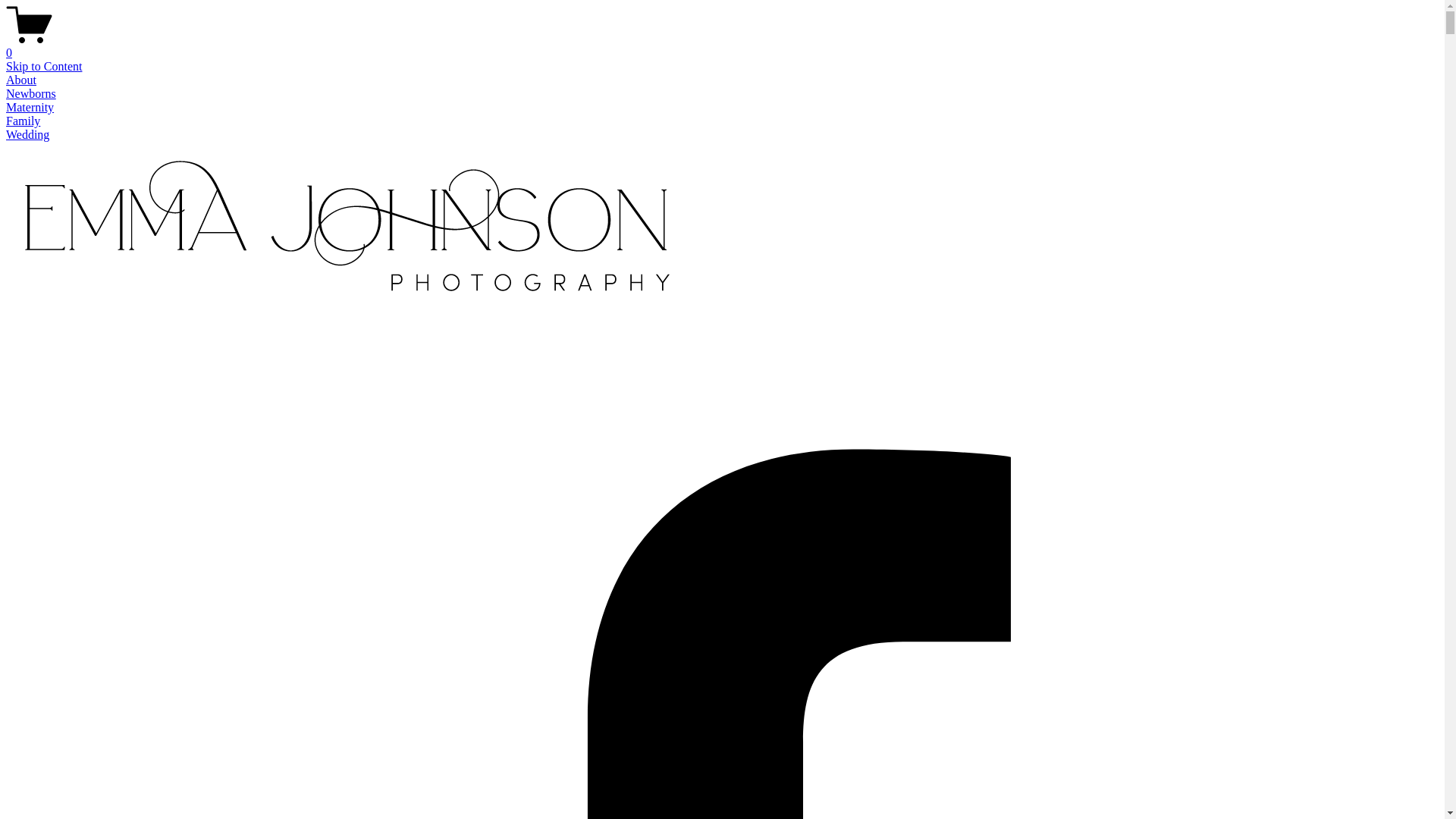 Image resolution: width=1456 pixels, height=819 pixels. Describe the element at coordinates (23, 120) in the screenshot. I see `'Family'` at that location.